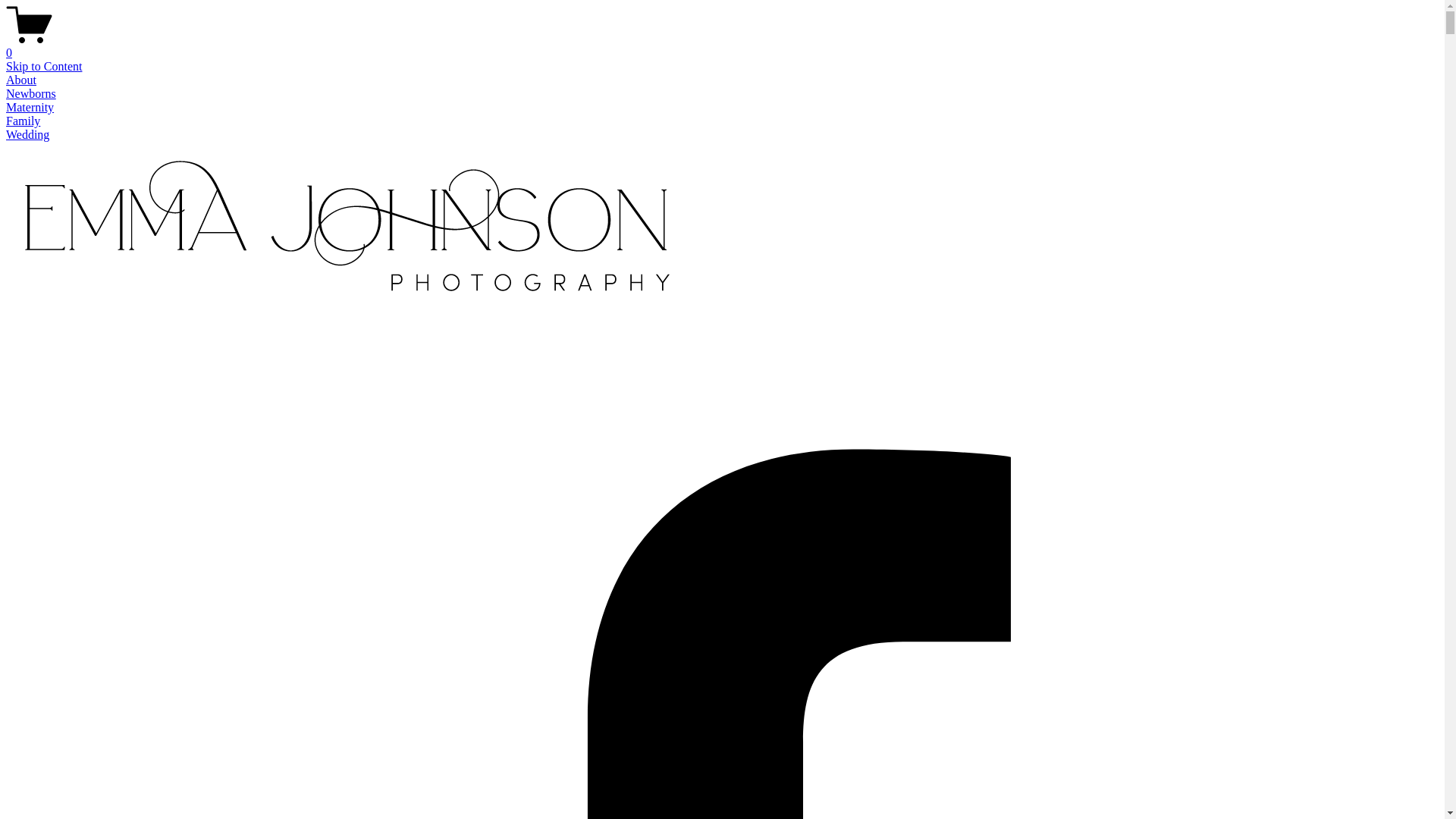 Image resolution: width=1456 pixels, height=819 pixels. Describe the element at coordinates (23, 120) in the screenshot. I see `'Family'` at that location.